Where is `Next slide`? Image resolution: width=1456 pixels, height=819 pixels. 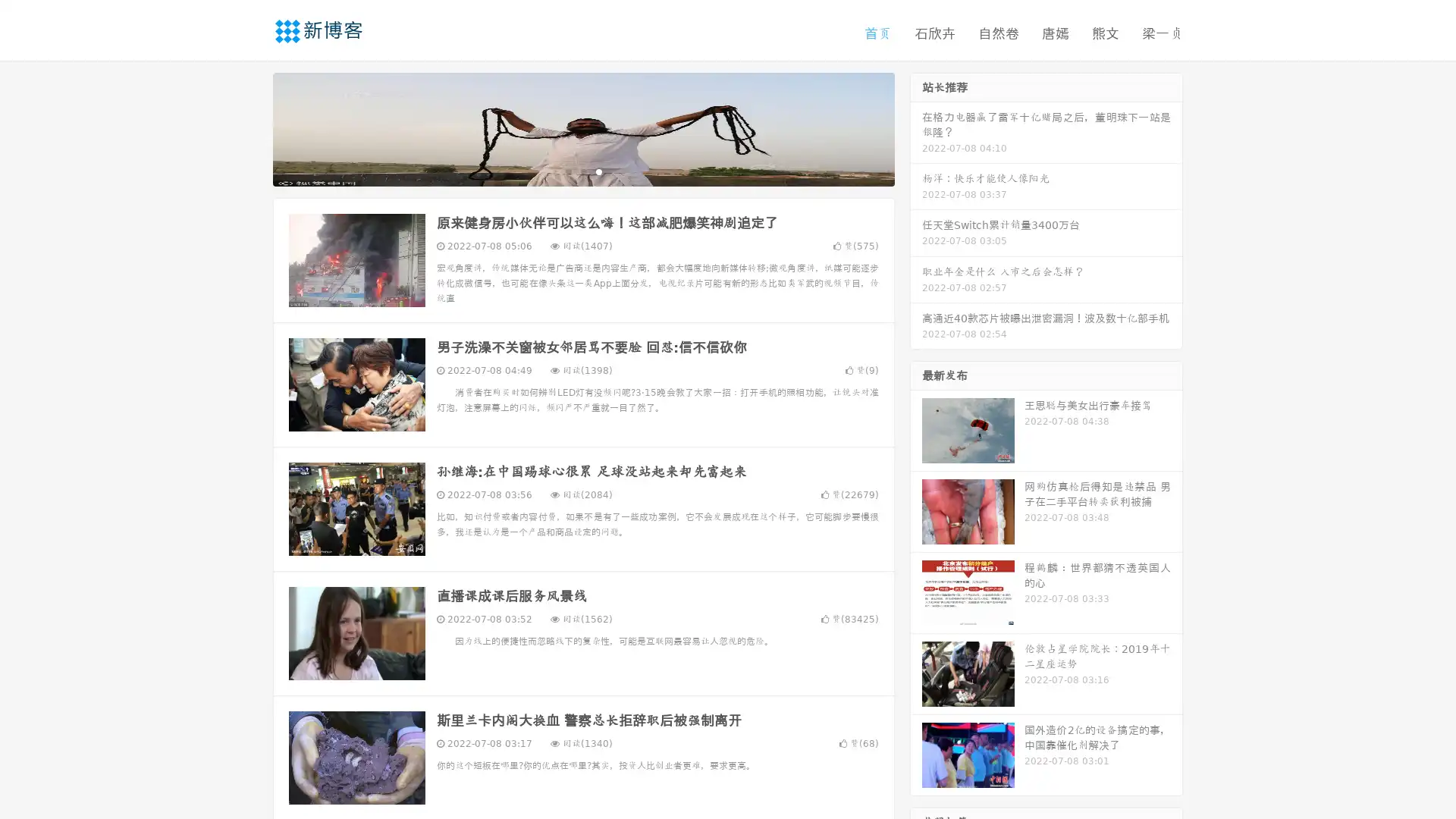 Next slide is located at coordinates (916, 127).